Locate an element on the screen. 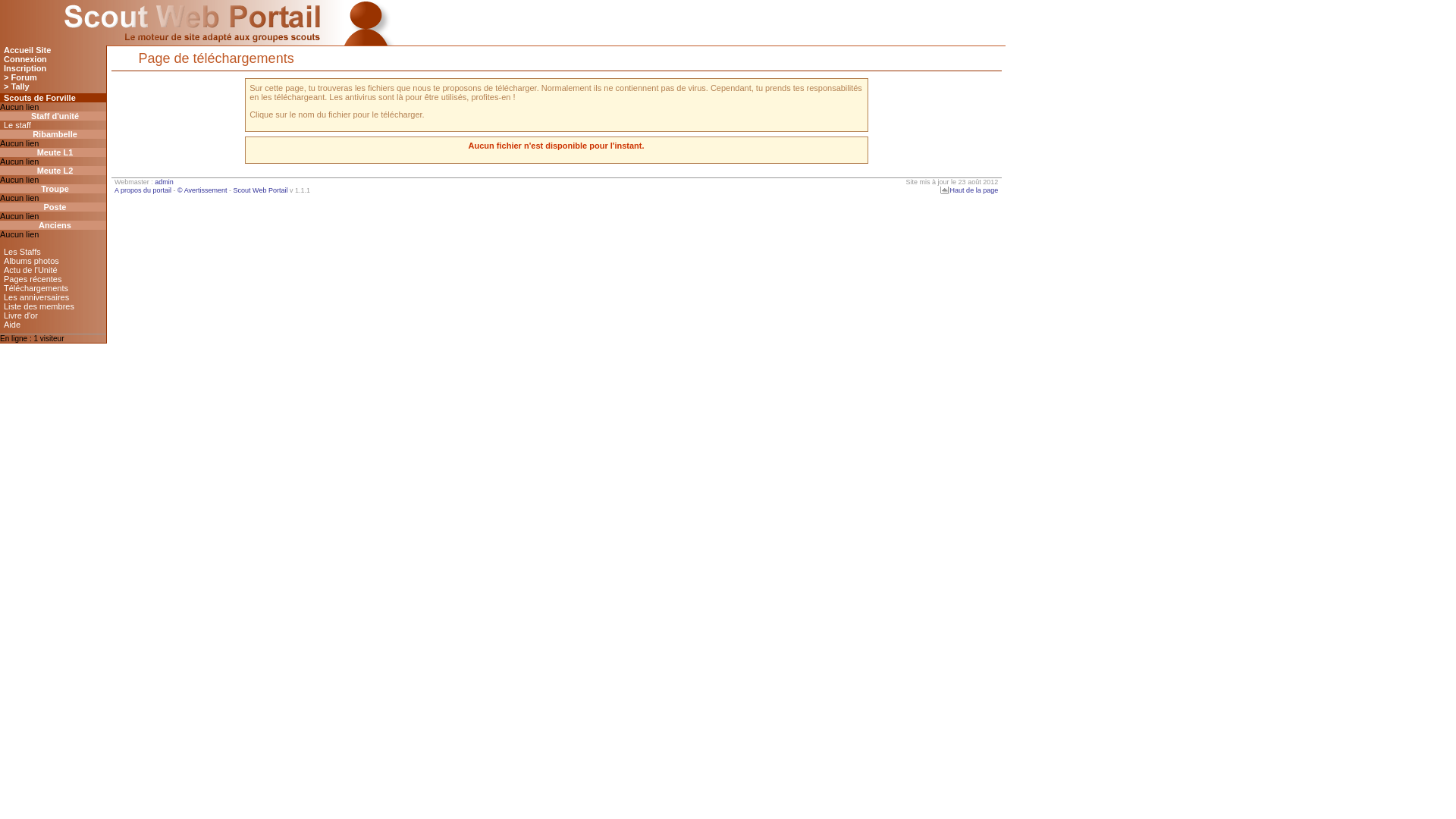 The width and height of the screenshot is (1456, 819). 'Anciens' is located at coordinates (53, 225).